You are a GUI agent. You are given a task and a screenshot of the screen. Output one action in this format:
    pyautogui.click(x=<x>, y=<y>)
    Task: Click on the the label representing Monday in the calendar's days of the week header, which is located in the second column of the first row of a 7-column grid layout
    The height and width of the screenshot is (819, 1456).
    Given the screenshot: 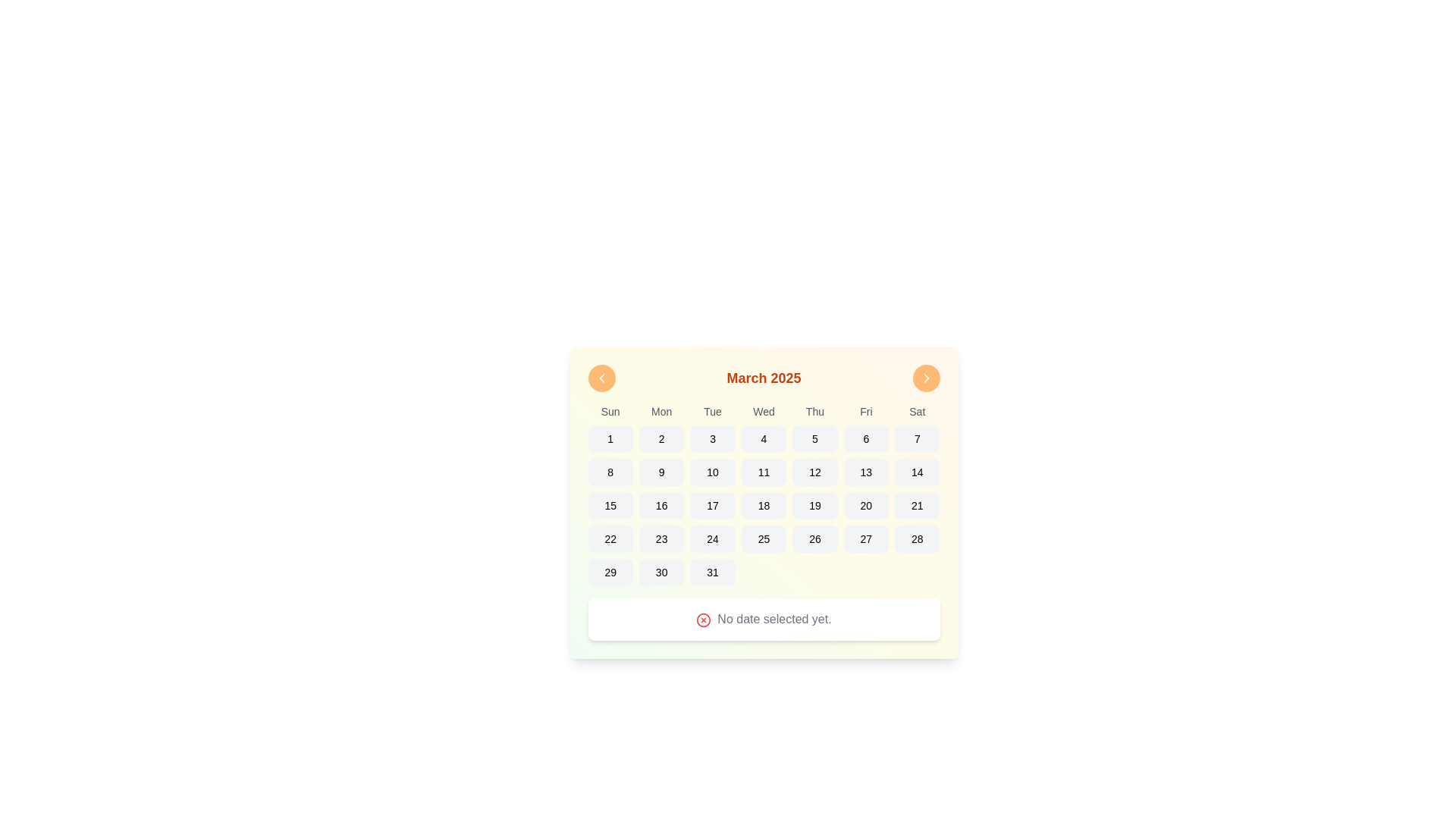 What is the action you would take?
    pyautogui.click(x=661, y=412)
    